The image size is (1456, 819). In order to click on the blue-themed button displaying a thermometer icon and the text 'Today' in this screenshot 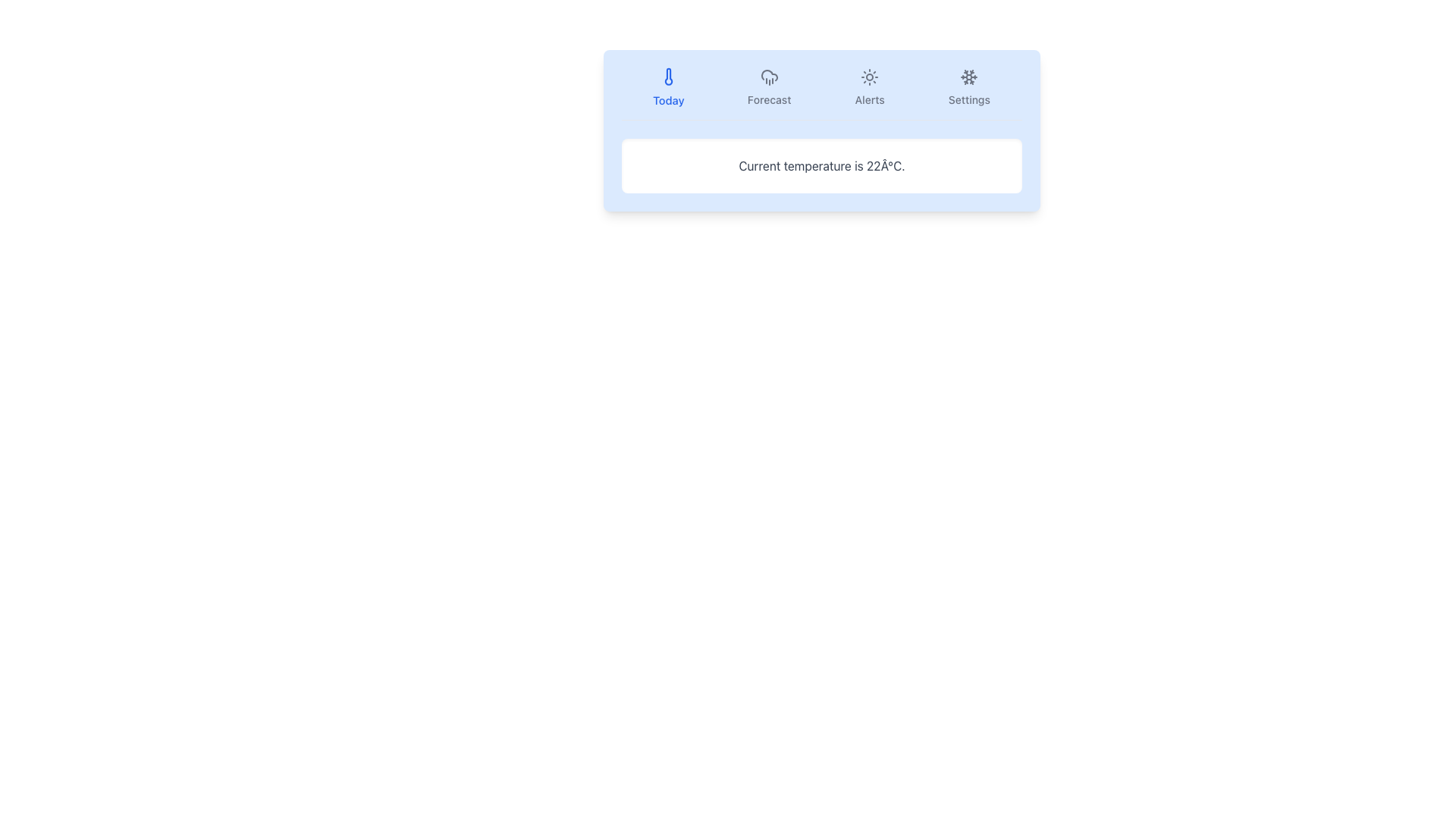, I will do `click(667, 87)`.